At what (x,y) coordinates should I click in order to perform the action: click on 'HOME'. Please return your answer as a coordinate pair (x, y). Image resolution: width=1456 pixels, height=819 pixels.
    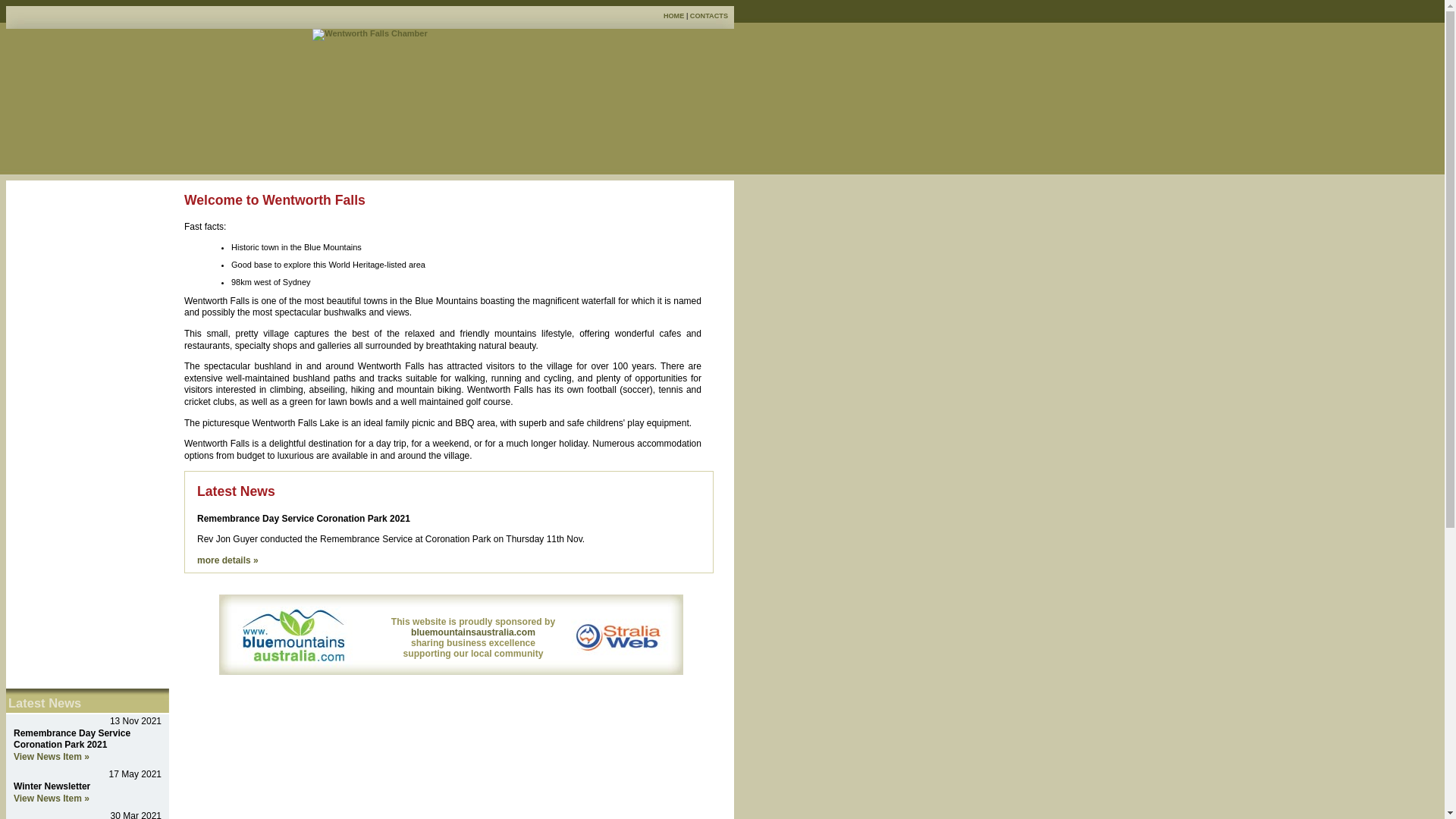
    Looking at the image, I should click on (673, 15).